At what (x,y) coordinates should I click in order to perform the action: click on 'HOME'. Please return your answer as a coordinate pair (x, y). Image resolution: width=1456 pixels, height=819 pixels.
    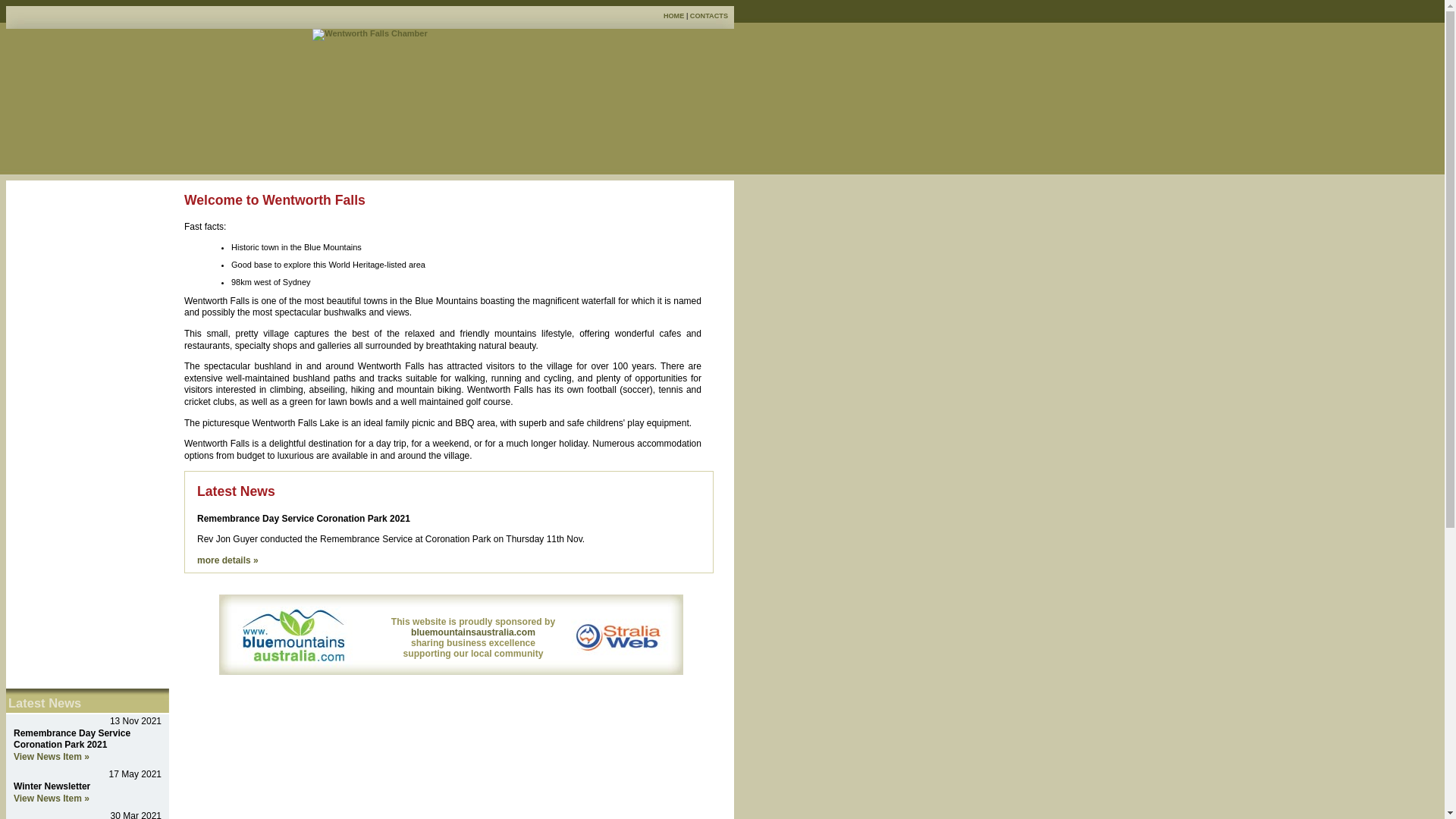
    Looking at the image, I should click on (673, 15).